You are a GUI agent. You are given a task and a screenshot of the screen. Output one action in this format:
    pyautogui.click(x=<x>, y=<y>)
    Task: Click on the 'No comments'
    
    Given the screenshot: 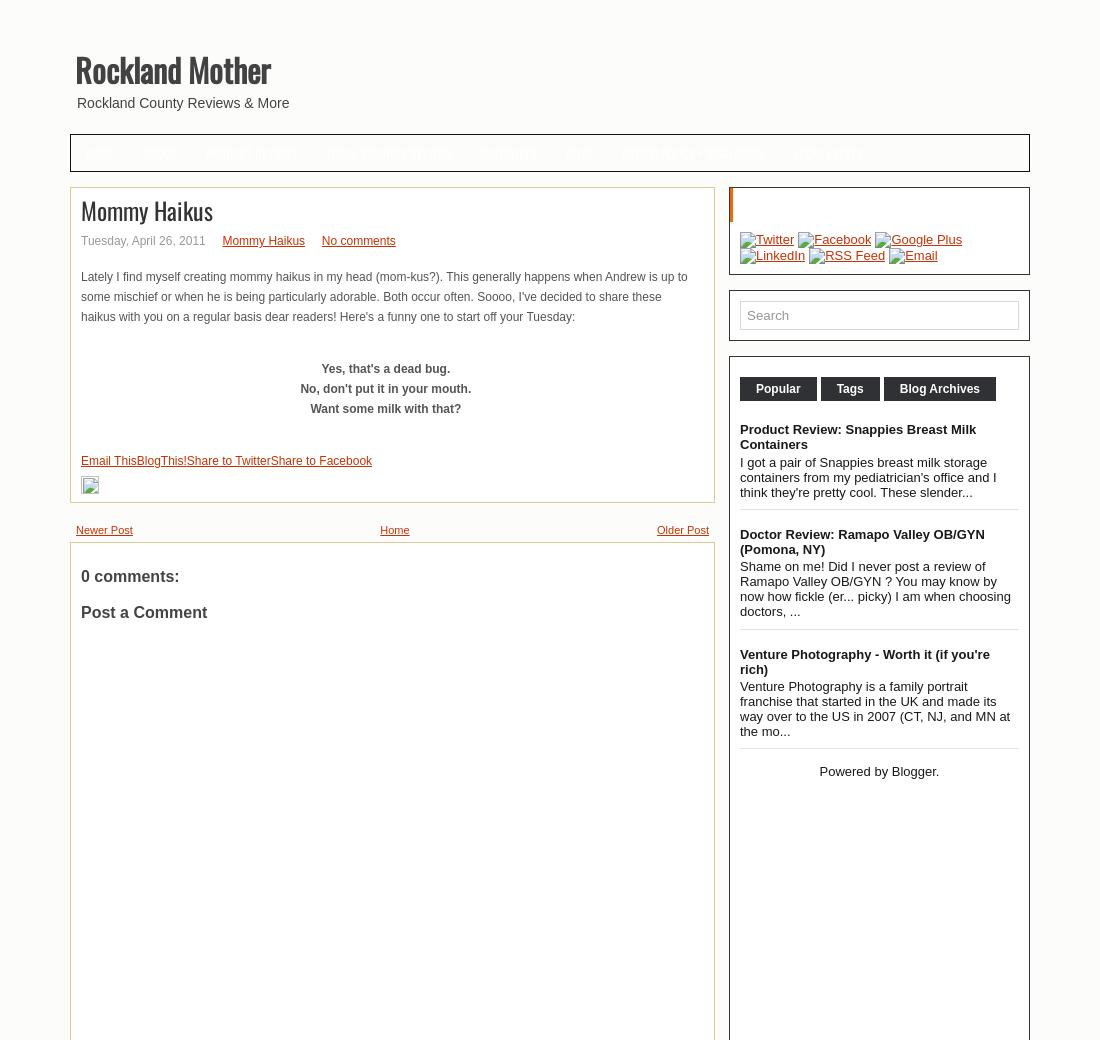 What is the action you would take?
    pyautogui.click(x=358, y=240)
    